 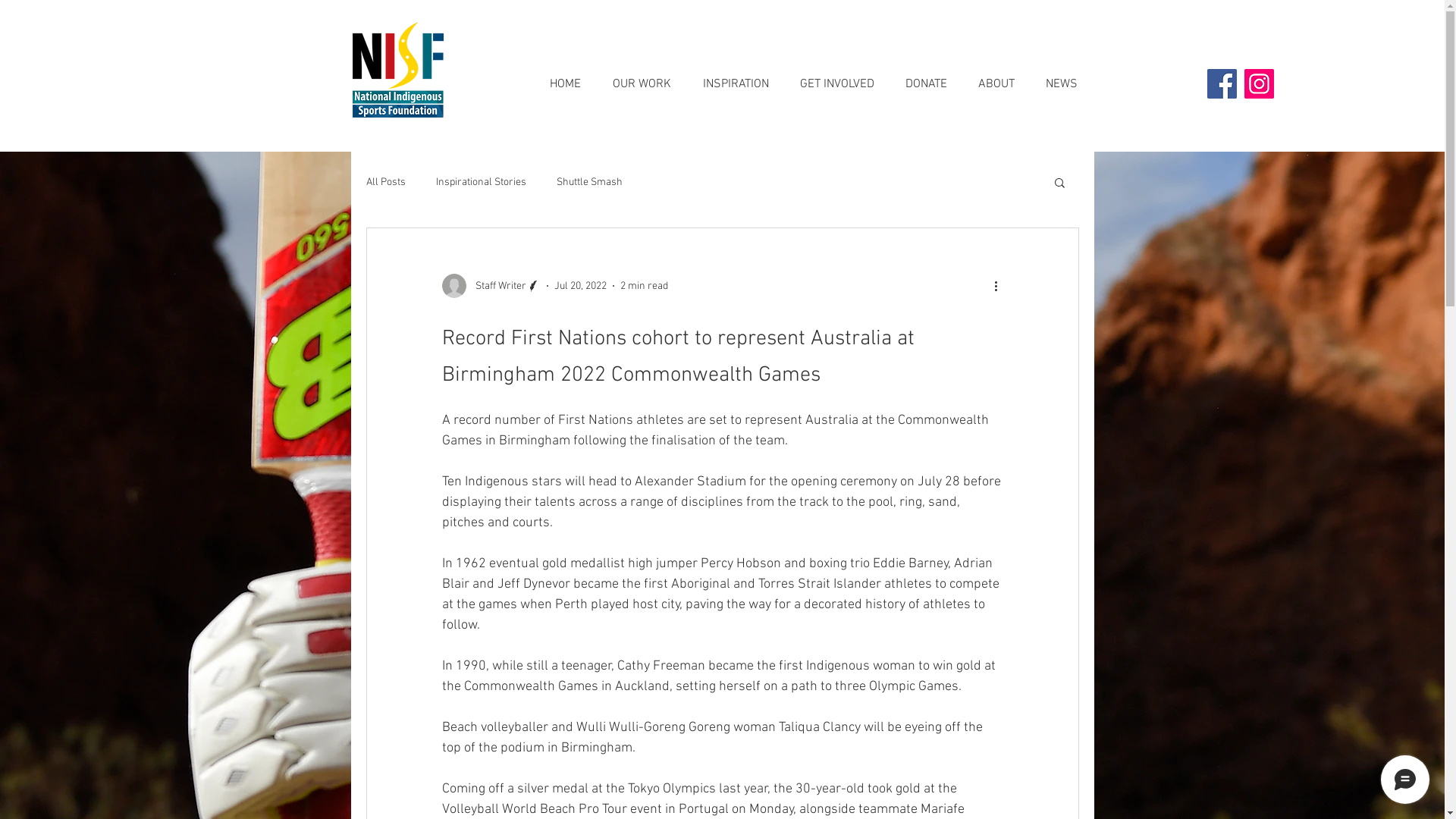 What do you see at coordinates (588, 181) in the screenshot?
I see `'Shuttle Smash'` at bounding box center [588, 181].